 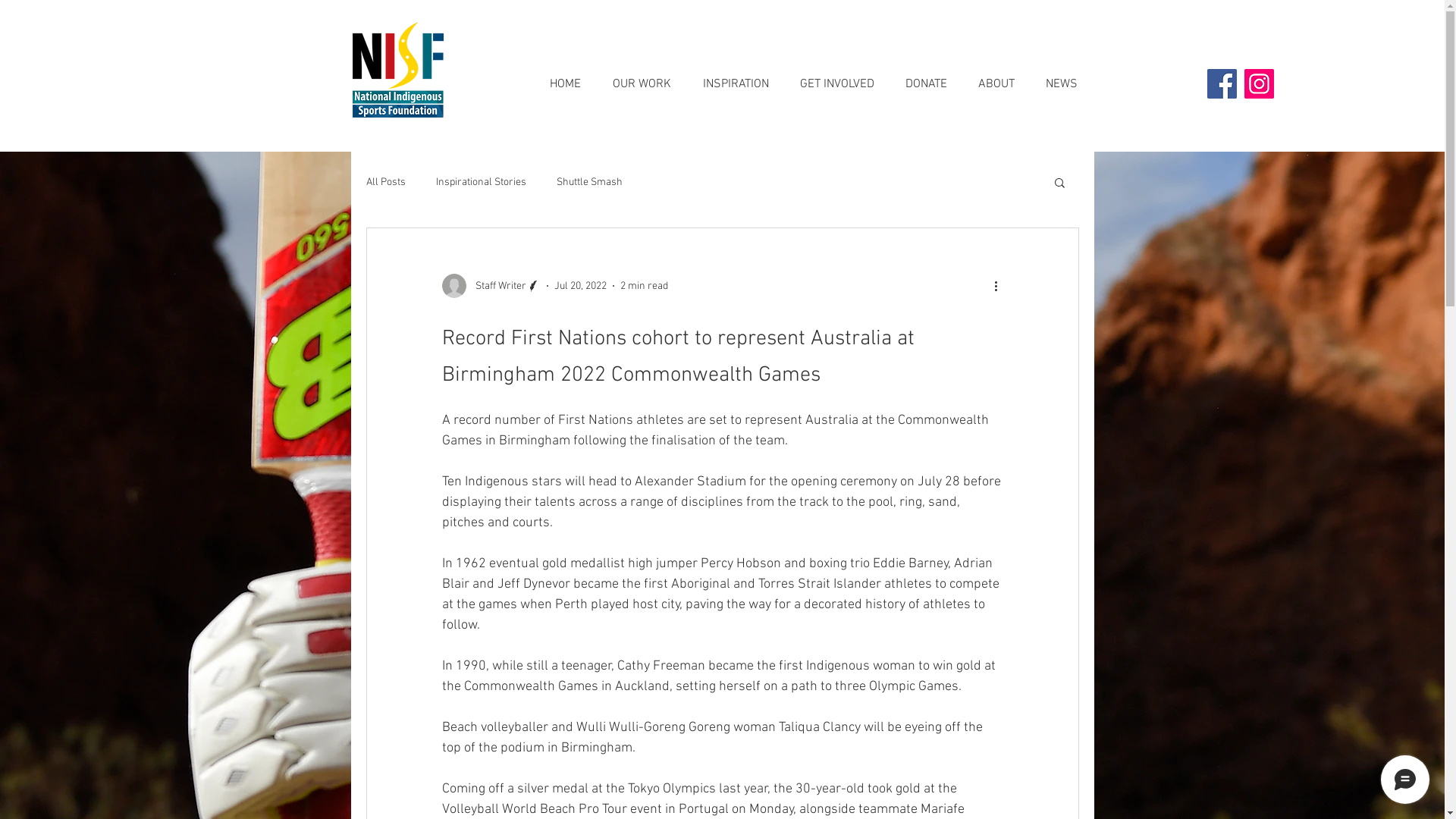 What do you see at coordinates (588, 181) in the screenshot?
I see `'Shuttle Smash'` at bounding box center [588, 181].